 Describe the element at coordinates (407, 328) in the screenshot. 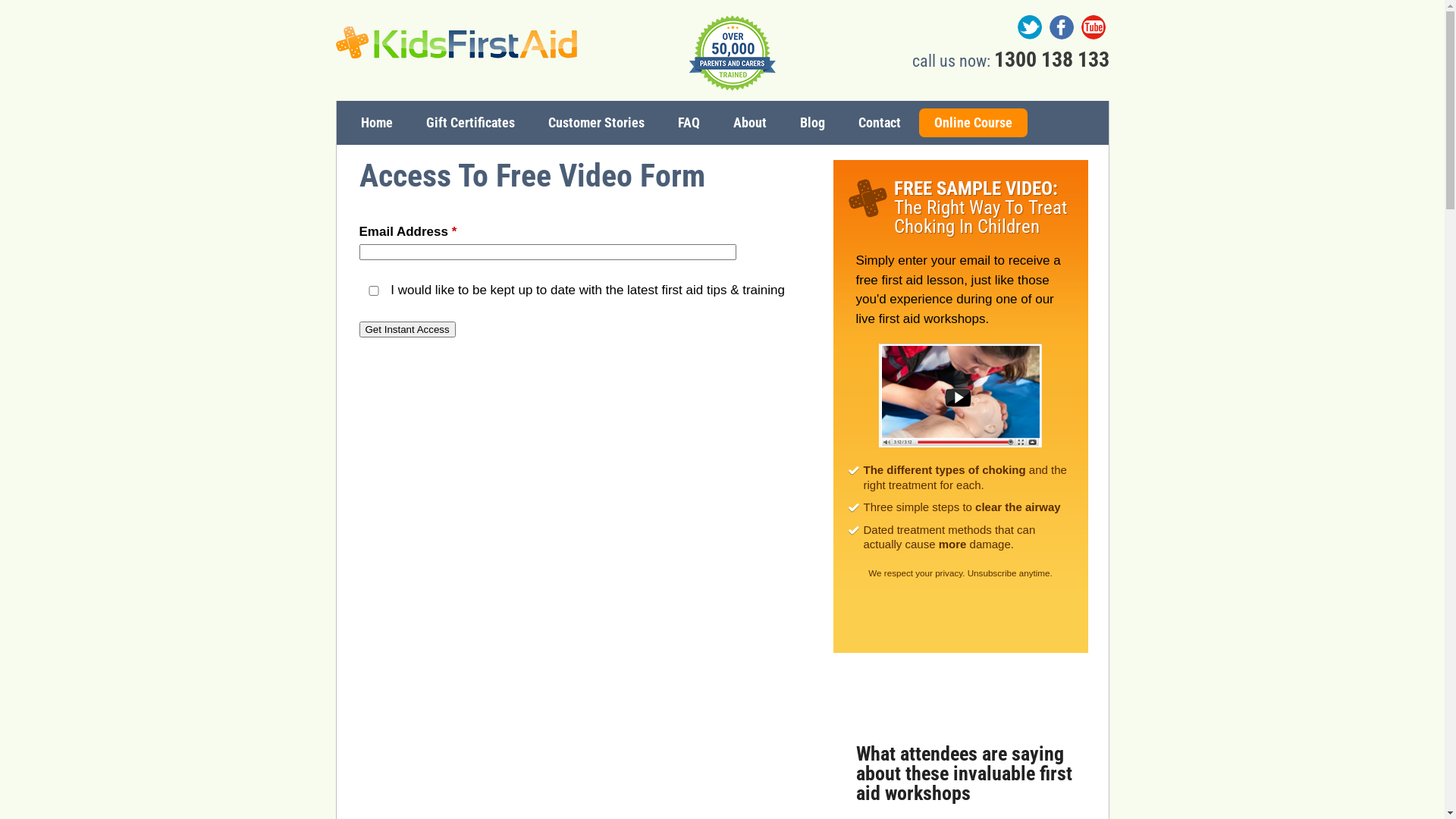

I see `'Get Instant Access'` at that location.